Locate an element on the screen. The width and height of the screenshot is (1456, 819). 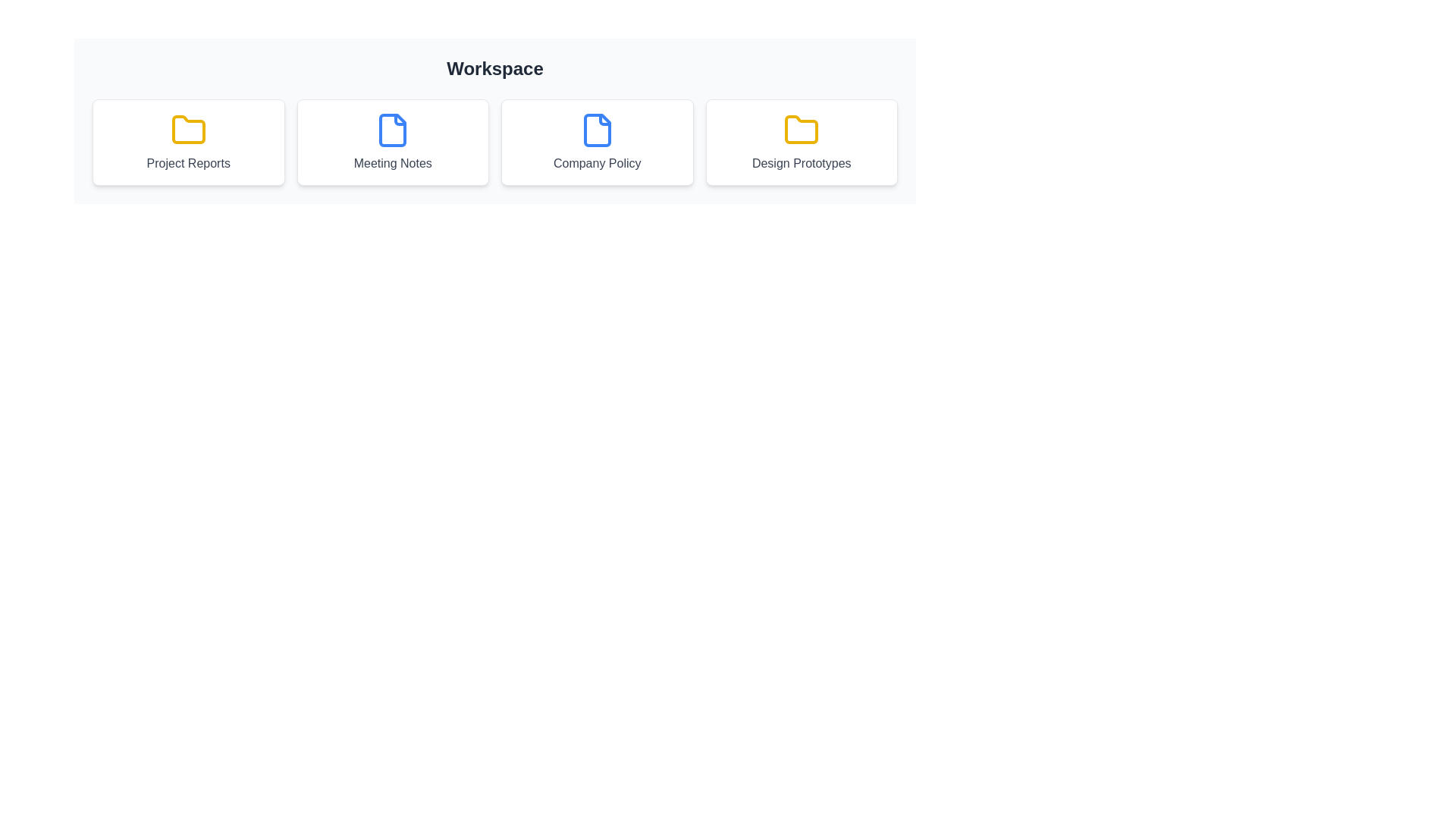
the text label reading 'Design Prototypes' styled with medium bold font and gray color, located beneath a yellow folder icon on the highlighted card in the right-most column is located at coordinates (801, 164).